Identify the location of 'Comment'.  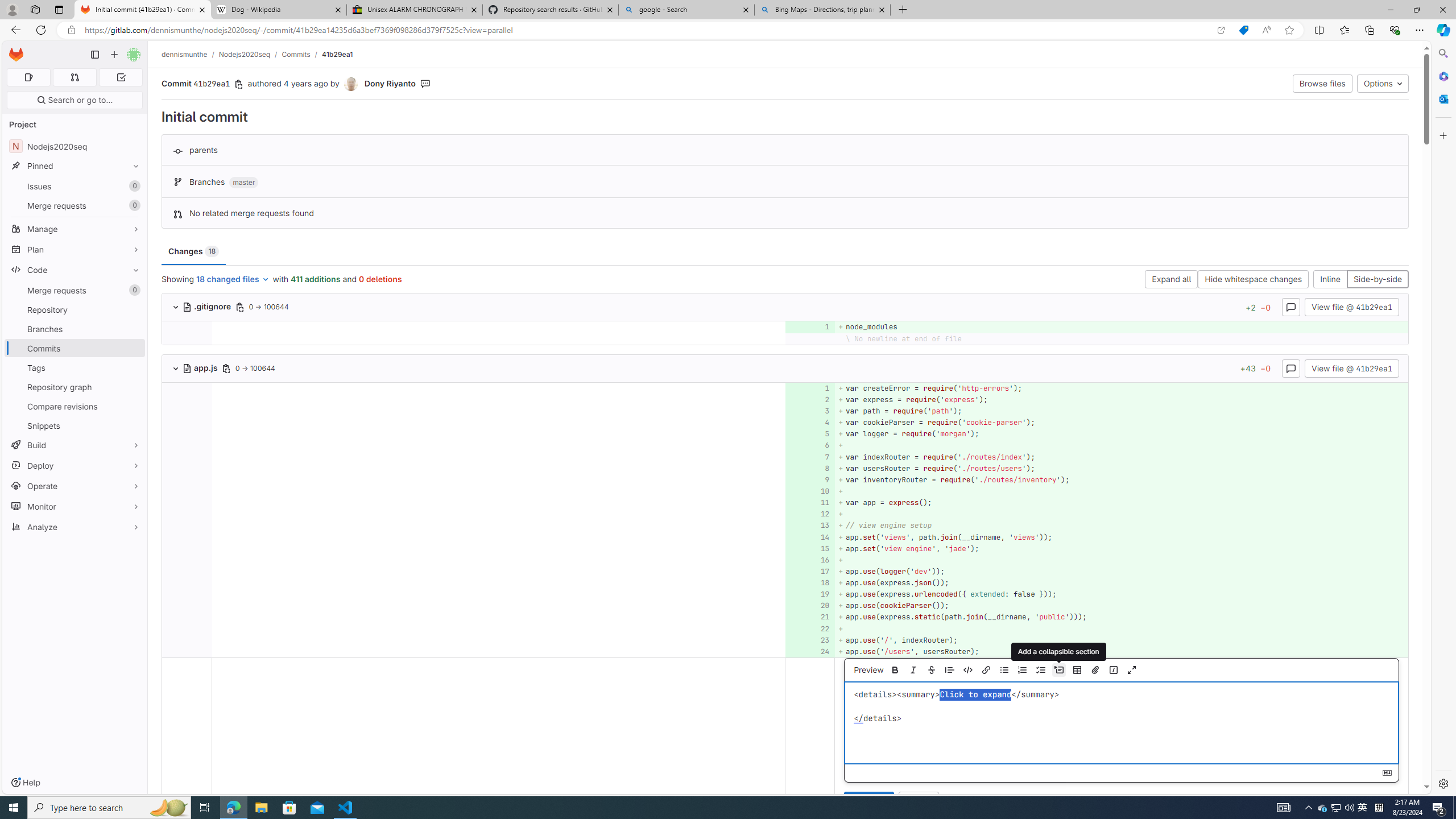
(869, 801).